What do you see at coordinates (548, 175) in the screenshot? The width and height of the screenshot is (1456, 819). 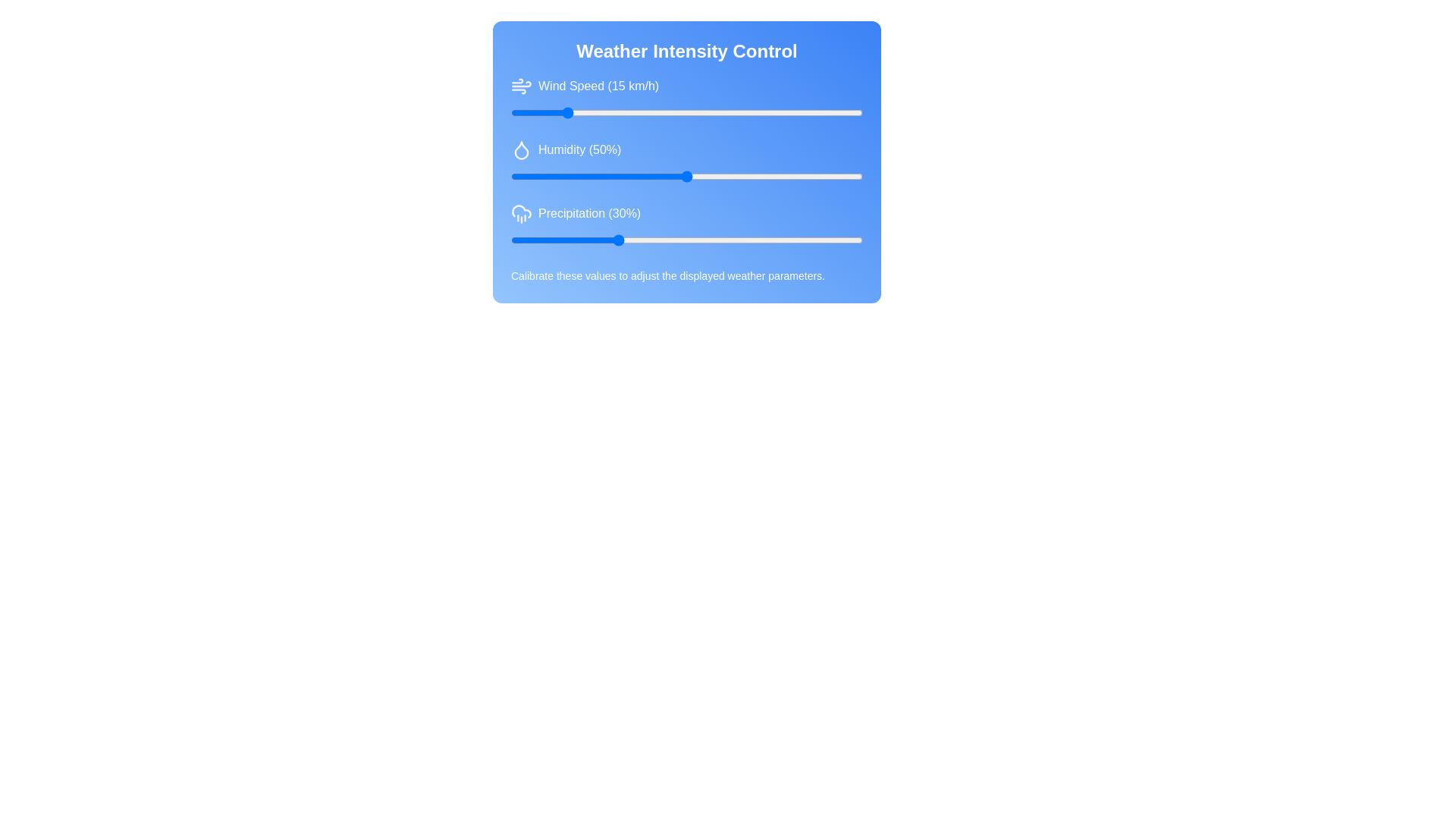 I see `the humidity level` at bounding box center [548, 175].